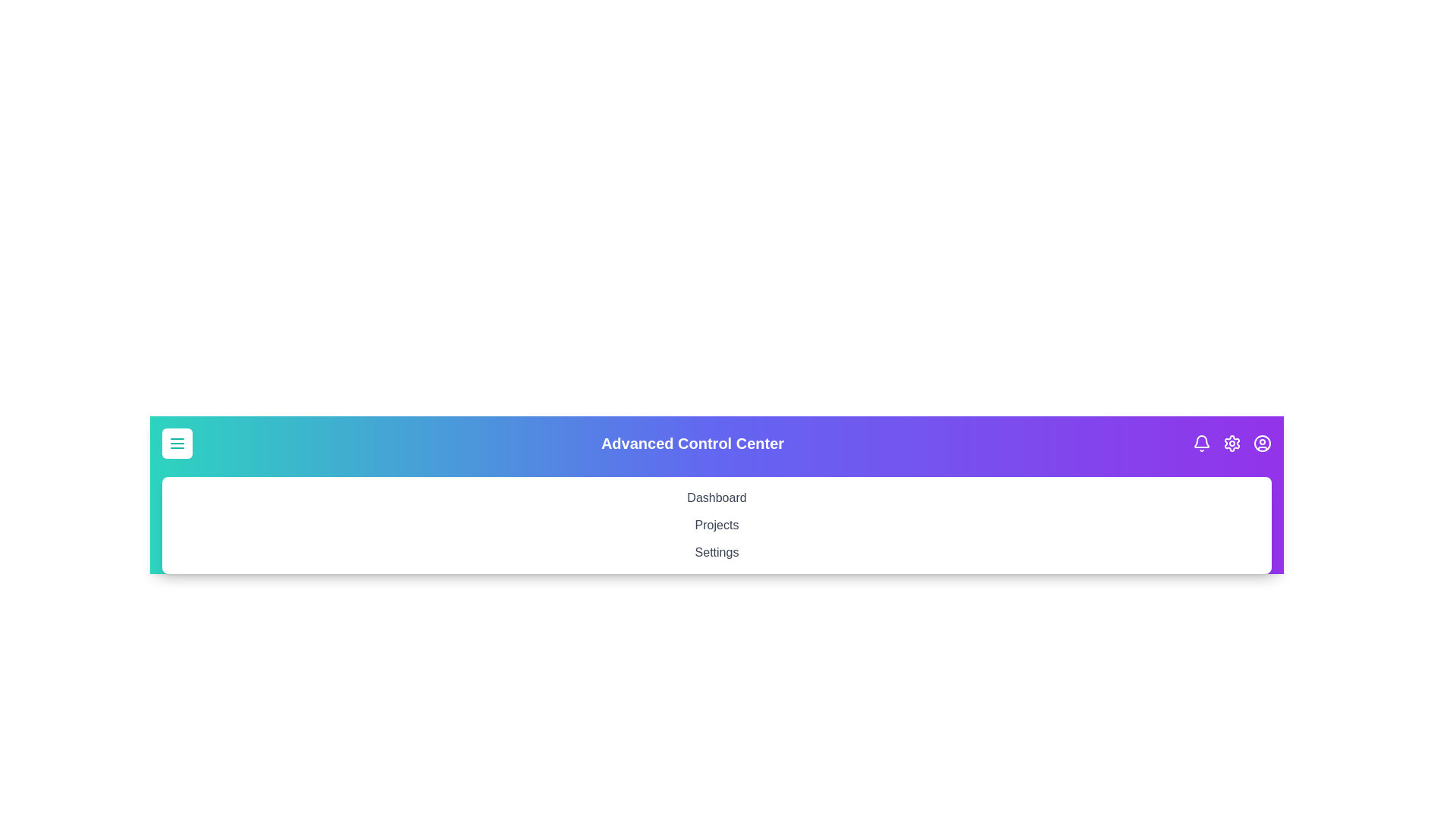  What do you see at coordinates (716, 525) in the screenshot?
I see `the Projects link in the app bar` at bounding box center [716, 525].